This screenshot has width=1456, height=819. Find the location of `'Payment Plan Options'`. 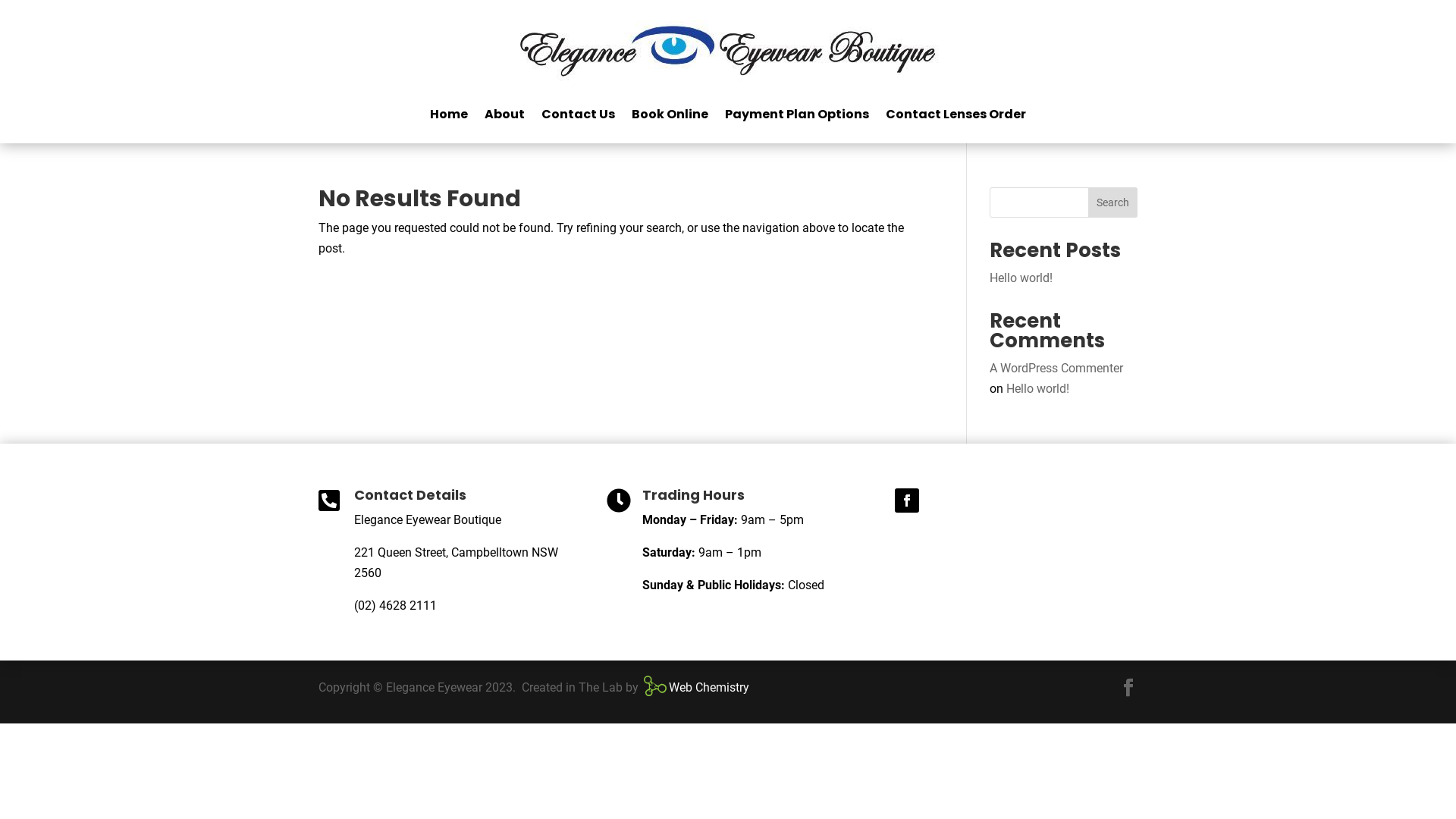

'Payment Plan Options' is located at coordinates (796, 113).